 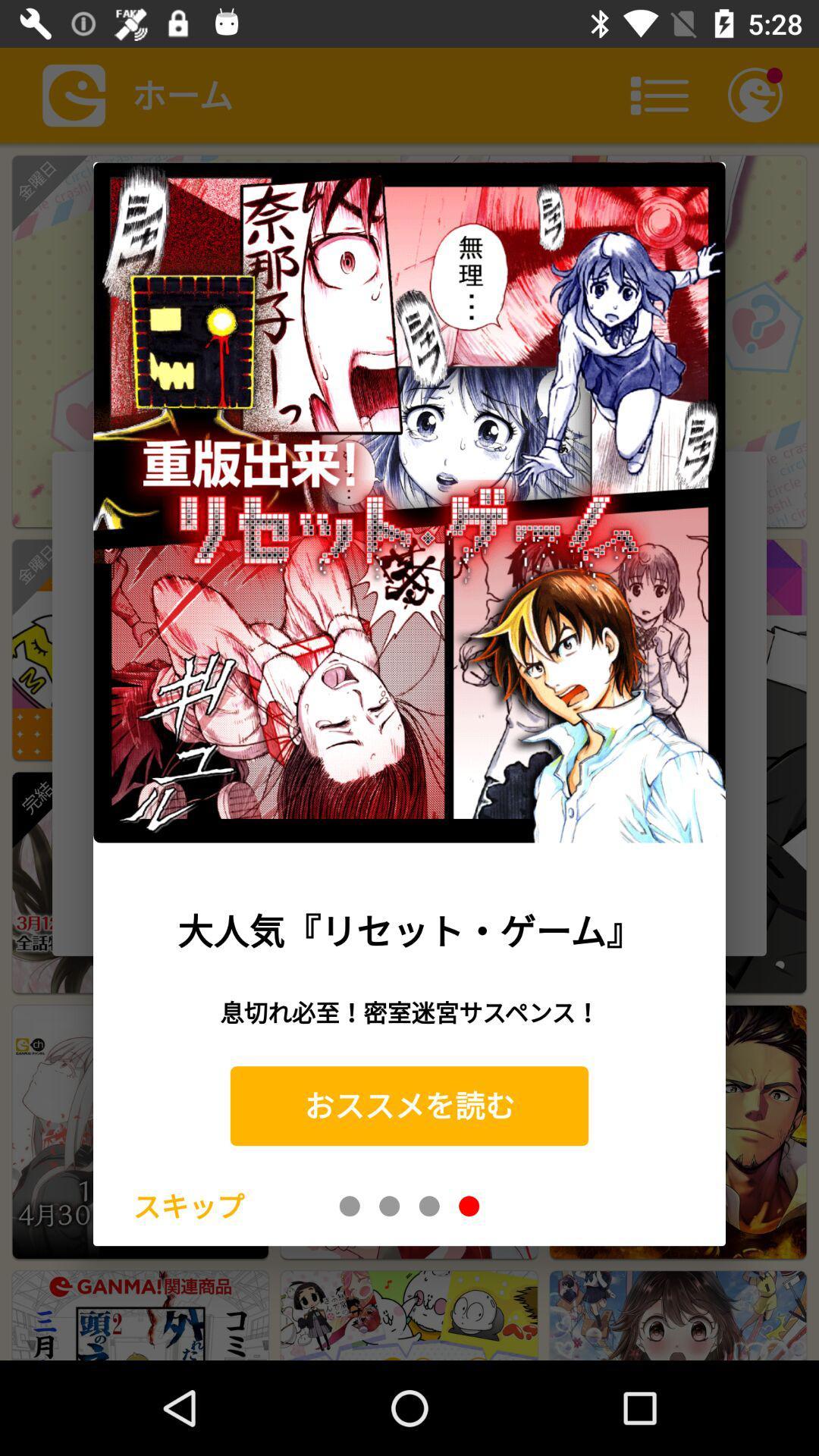 I want to click on forward to next video, so click(x=388, y=1205).